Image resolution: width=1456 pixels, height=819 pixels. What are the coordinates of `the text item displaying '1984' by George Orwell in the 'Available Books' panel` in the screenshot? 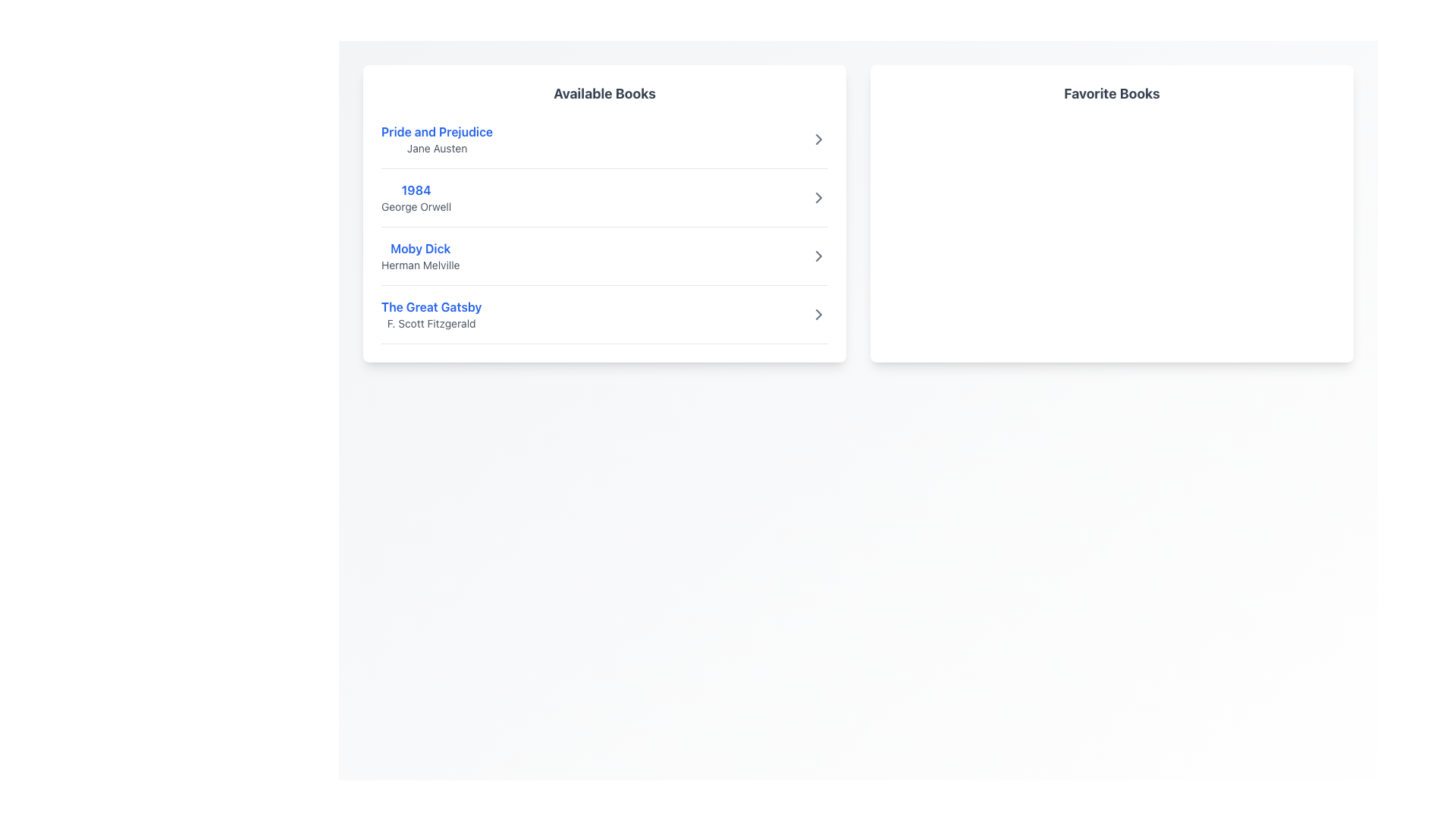 It's located at (416, 197).